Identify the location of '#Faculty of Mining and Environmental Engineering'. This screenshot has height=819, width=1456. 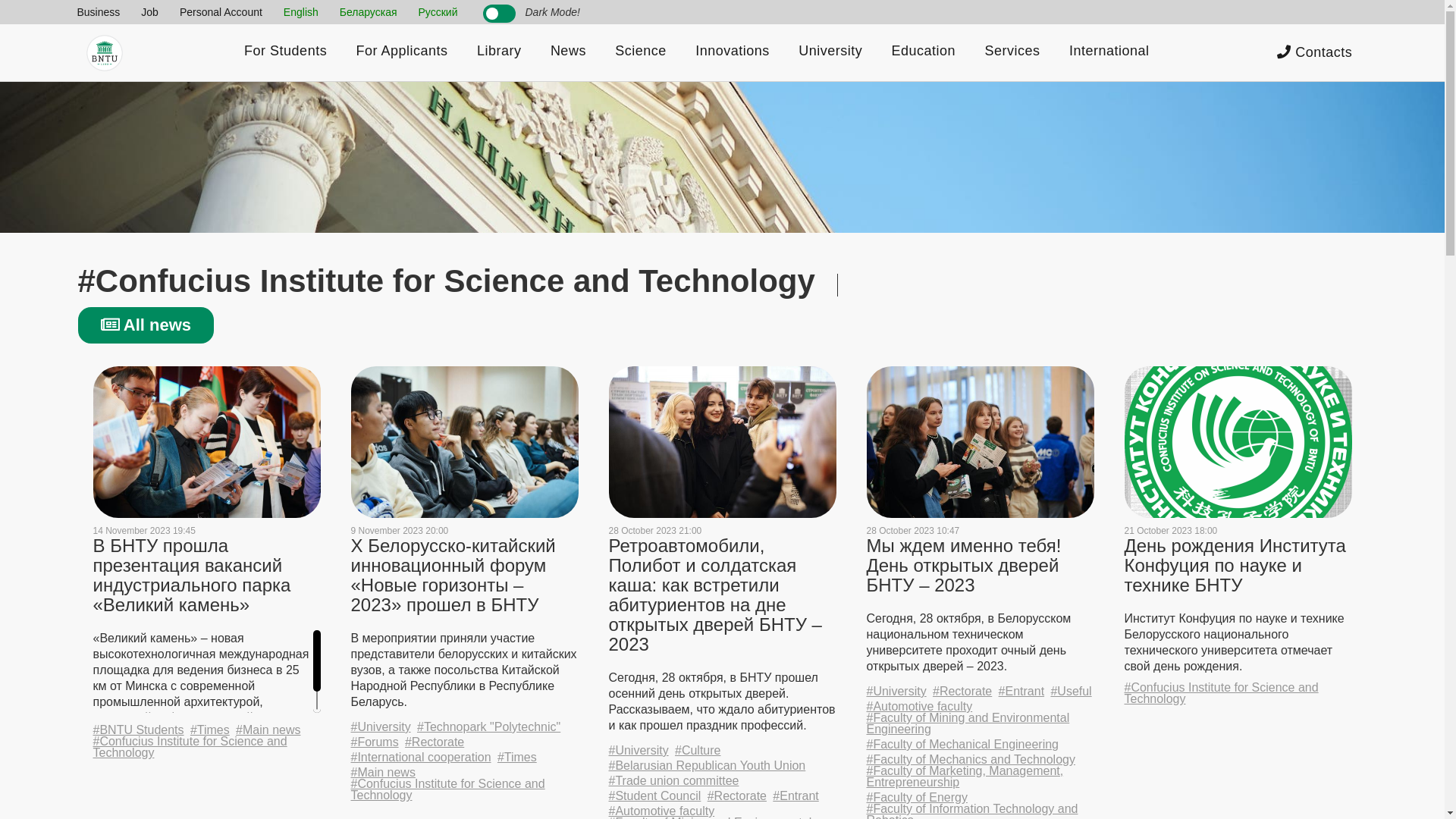
(979, 722).